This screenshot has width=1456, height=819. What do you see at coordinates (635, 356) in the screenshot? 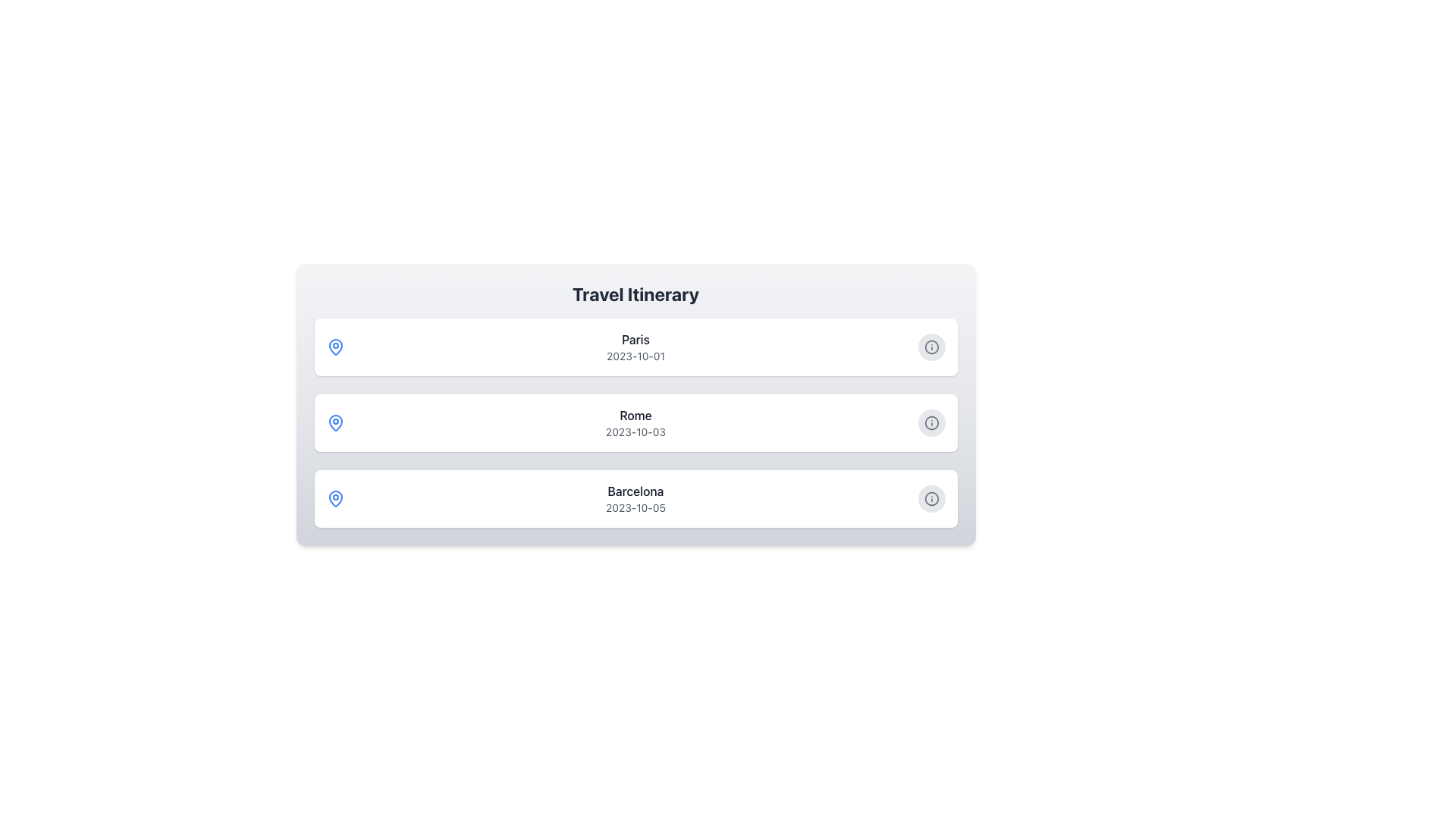
I see `the Text Label that displays the date associated with 'Paris' in the itinerary, which is positioned directly below the 'Paris' label` at bounding box center [635, 356].